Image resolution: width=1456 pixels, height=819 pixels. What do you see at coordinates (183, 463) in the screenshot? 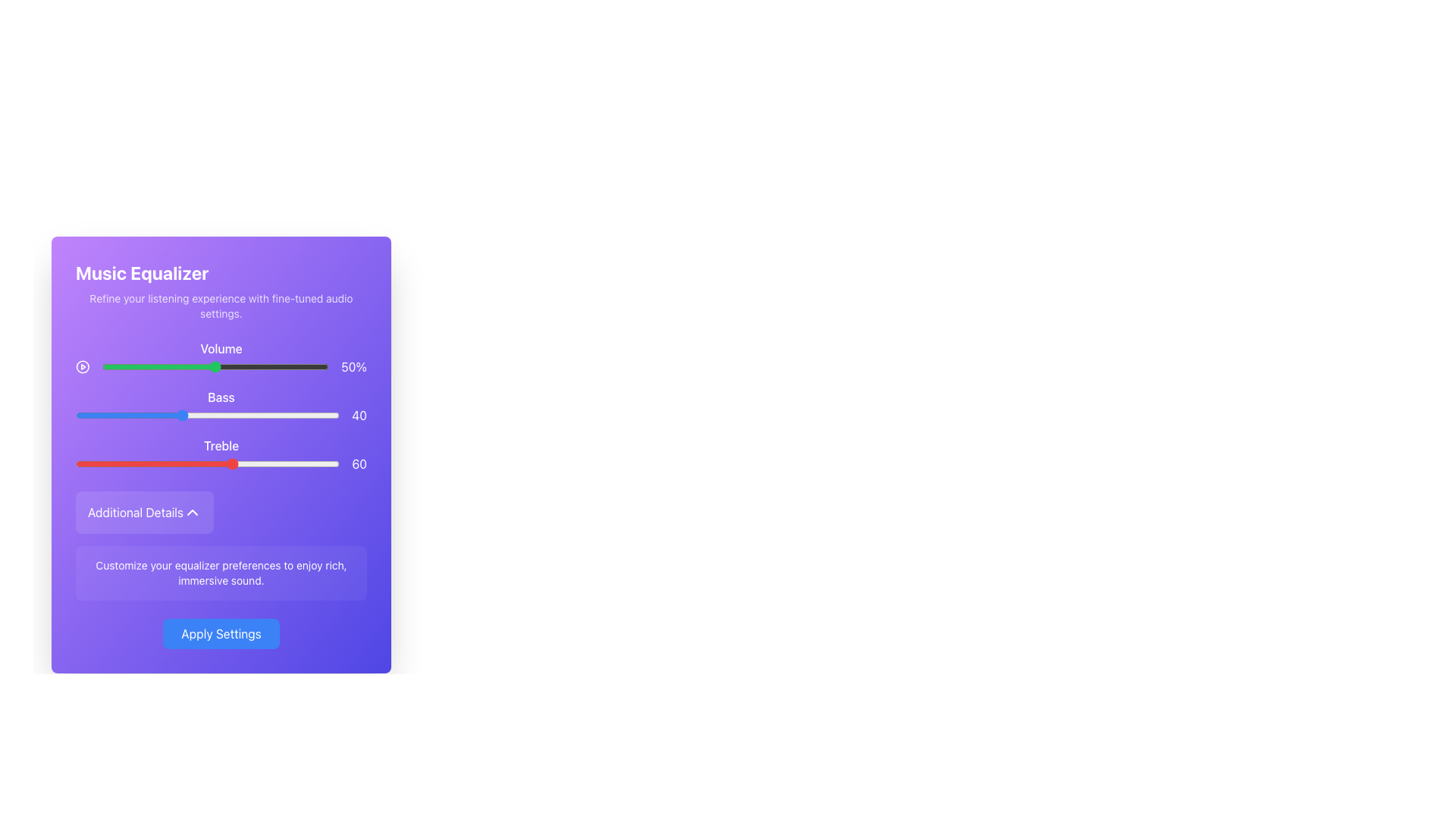
I see `the treble level` at bounding box center [183, 463].